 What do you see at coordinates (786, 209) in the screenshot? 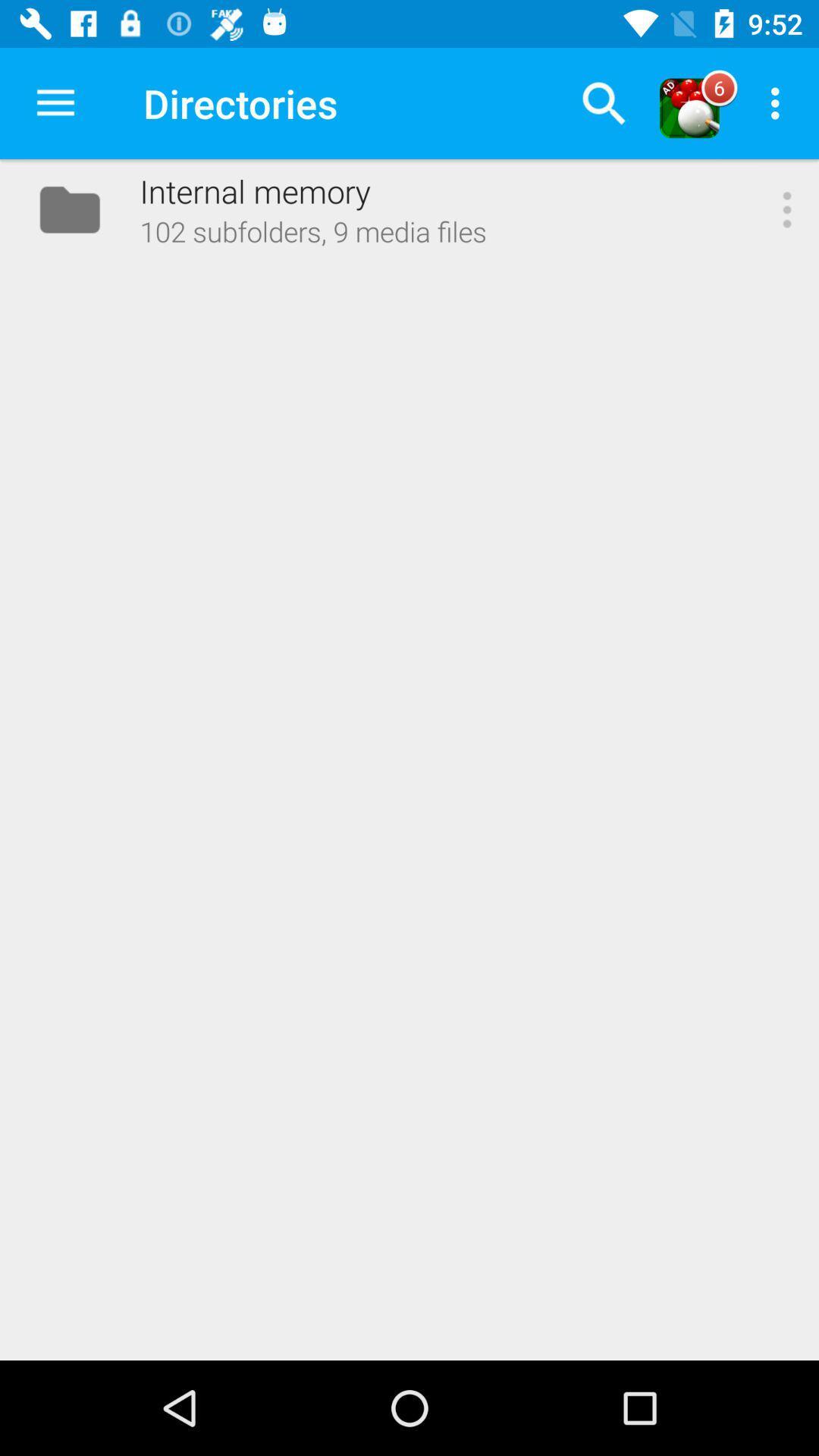
I see `the item to the right of 102 subfolders 9 item` at bounding box center [786, 209].